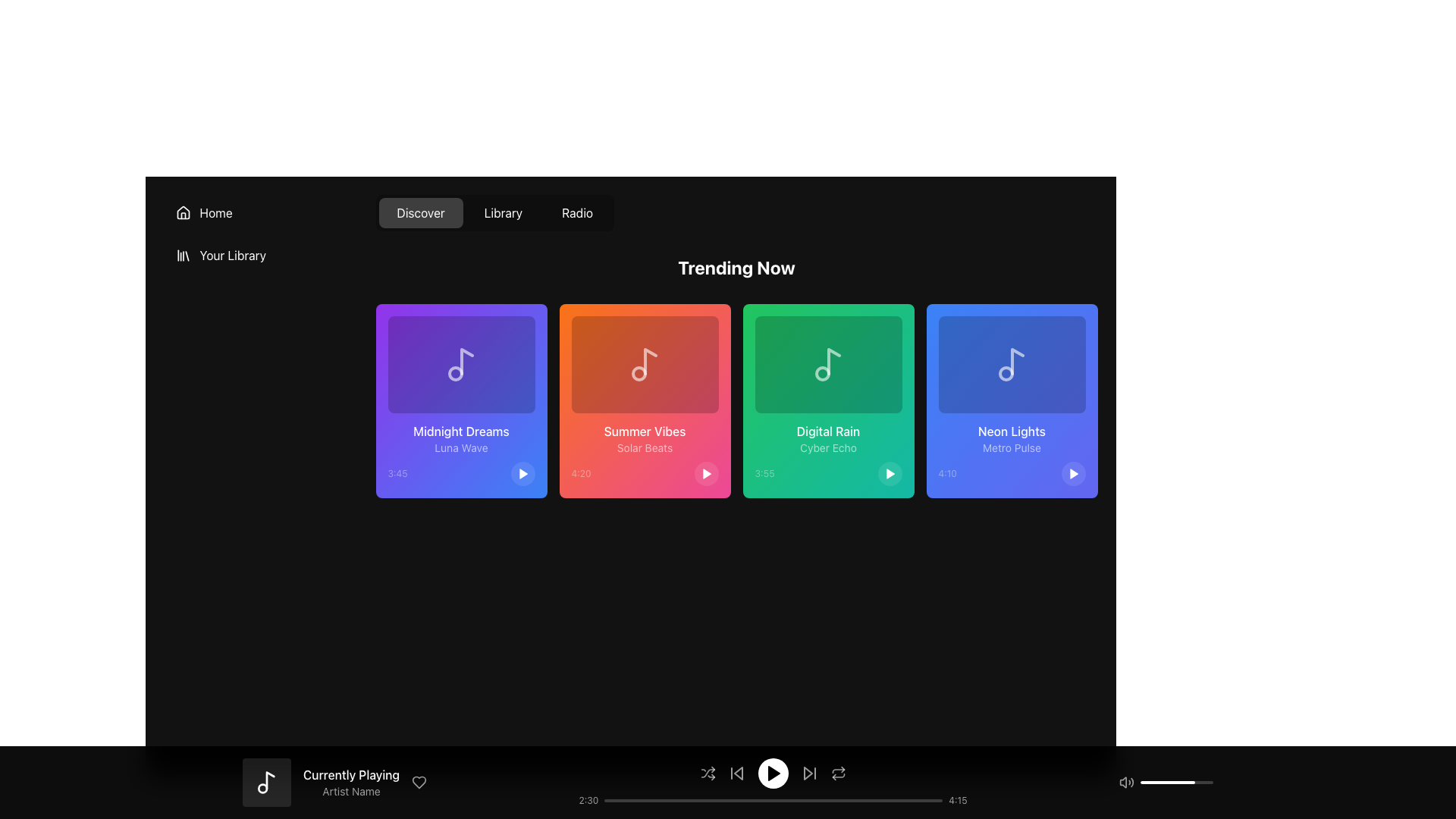 This screenshot has height=819, width=1456. I want to click on the musical note element, which is centered within a purple gradient block titled 'Midnight Dreams' in the 'Trending Now' section, so click(460, 365).